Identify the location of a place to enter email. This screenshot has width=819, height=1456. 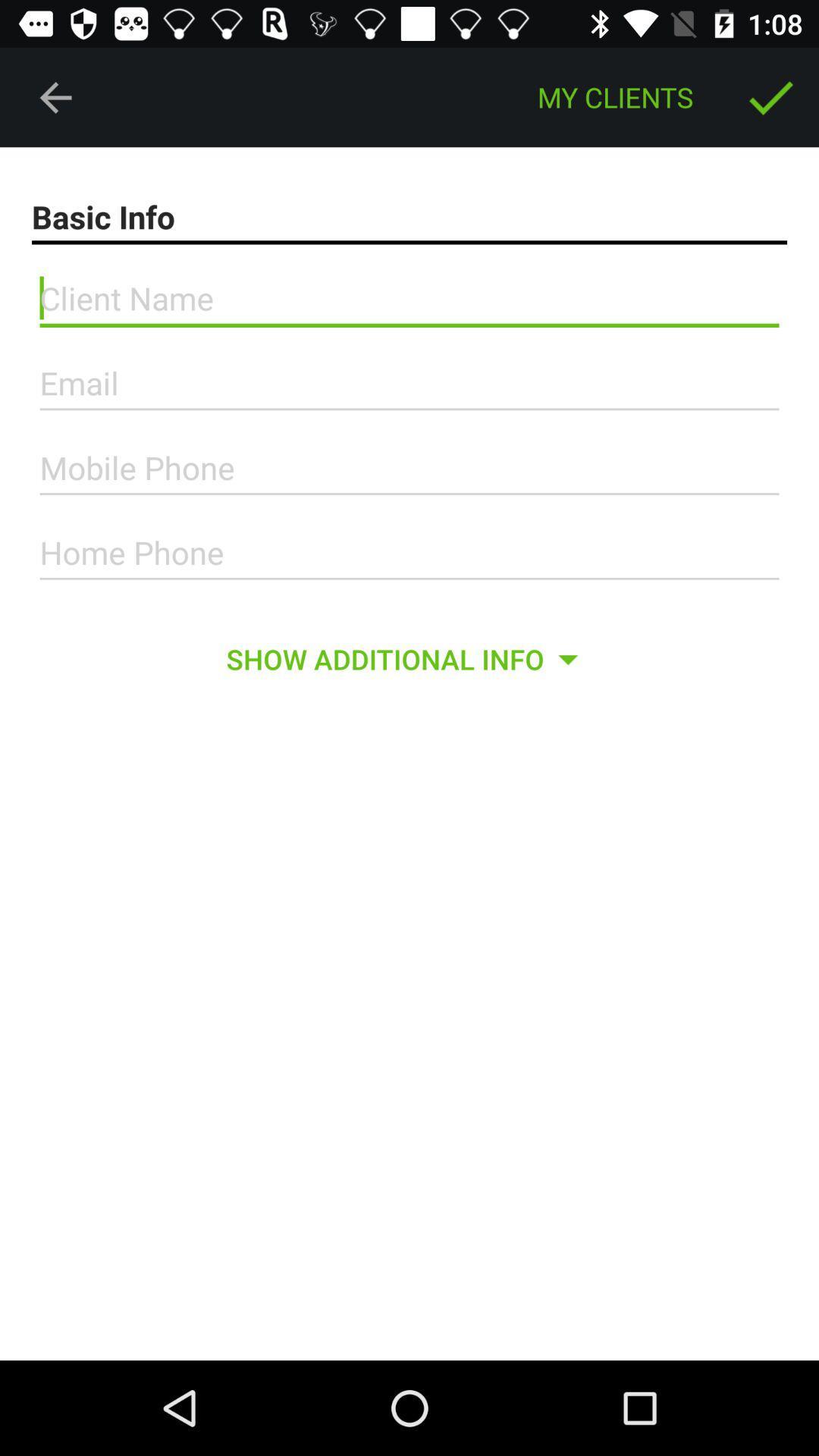
(409, 383).